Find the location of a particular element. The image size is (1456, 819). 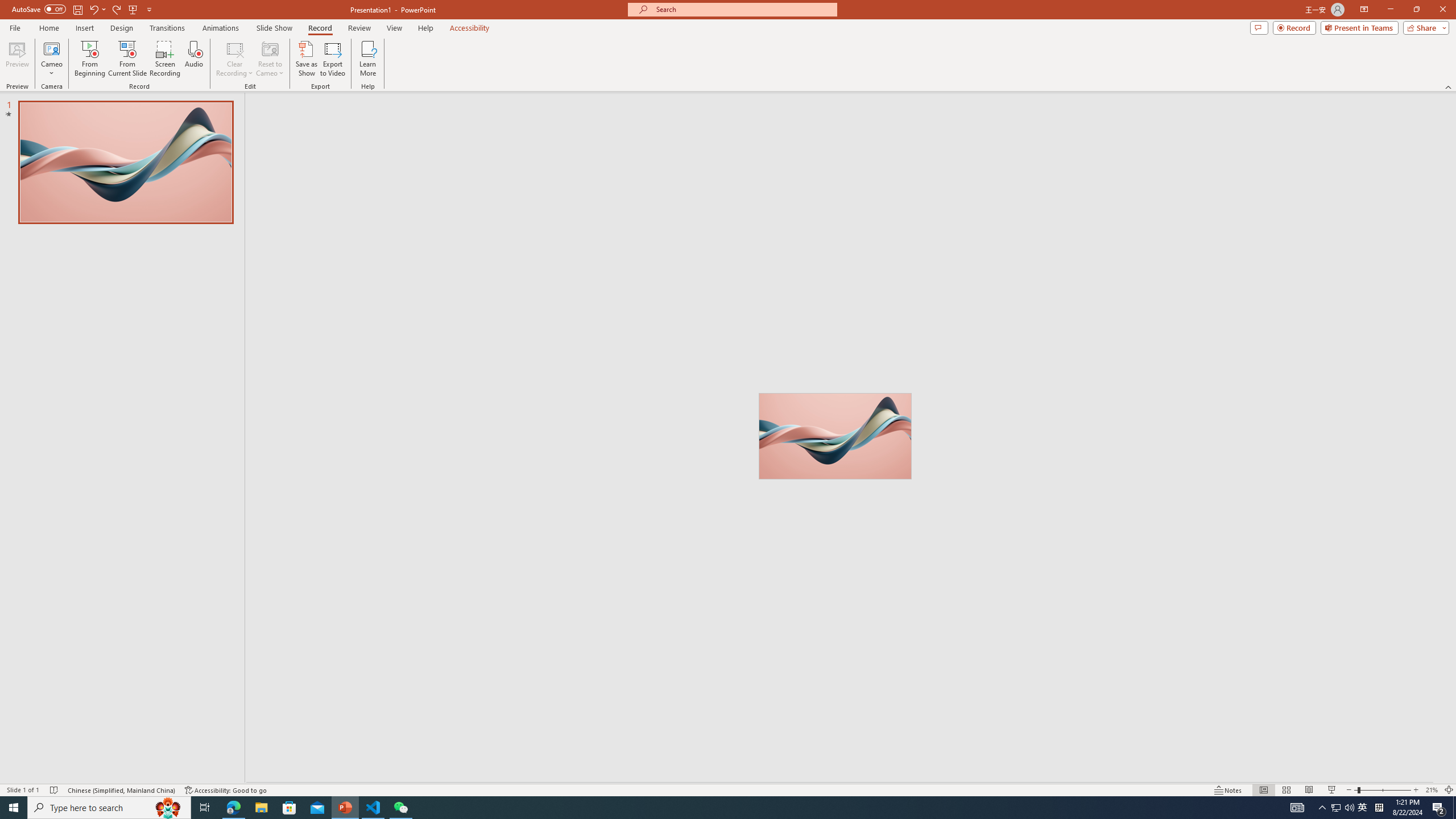

'Zoom 21%' is located at coordinates (1431, 790).